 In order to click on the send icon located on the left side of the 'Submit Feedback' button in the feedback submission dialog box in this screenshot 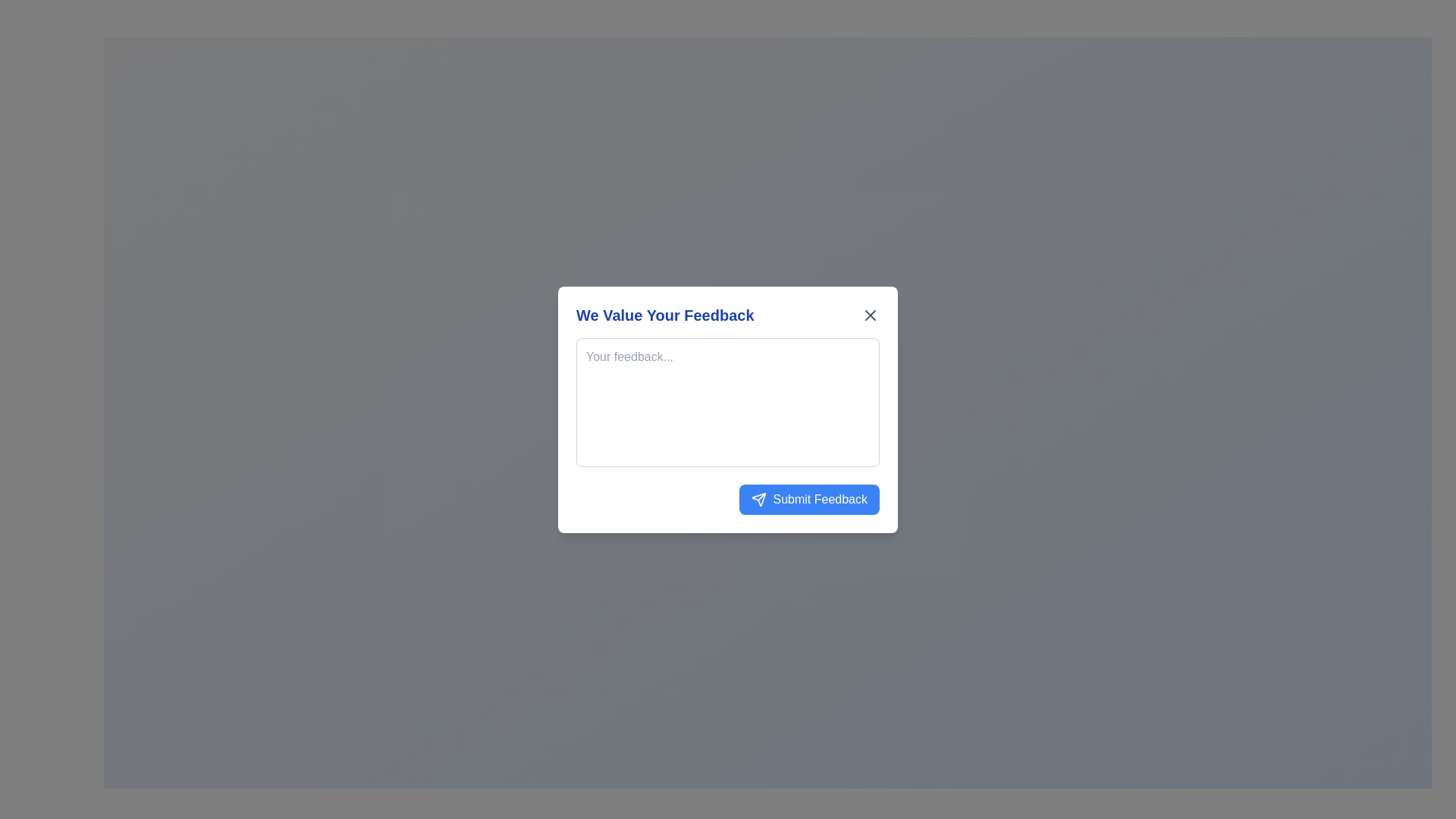, I will do `click(759, 499)`.